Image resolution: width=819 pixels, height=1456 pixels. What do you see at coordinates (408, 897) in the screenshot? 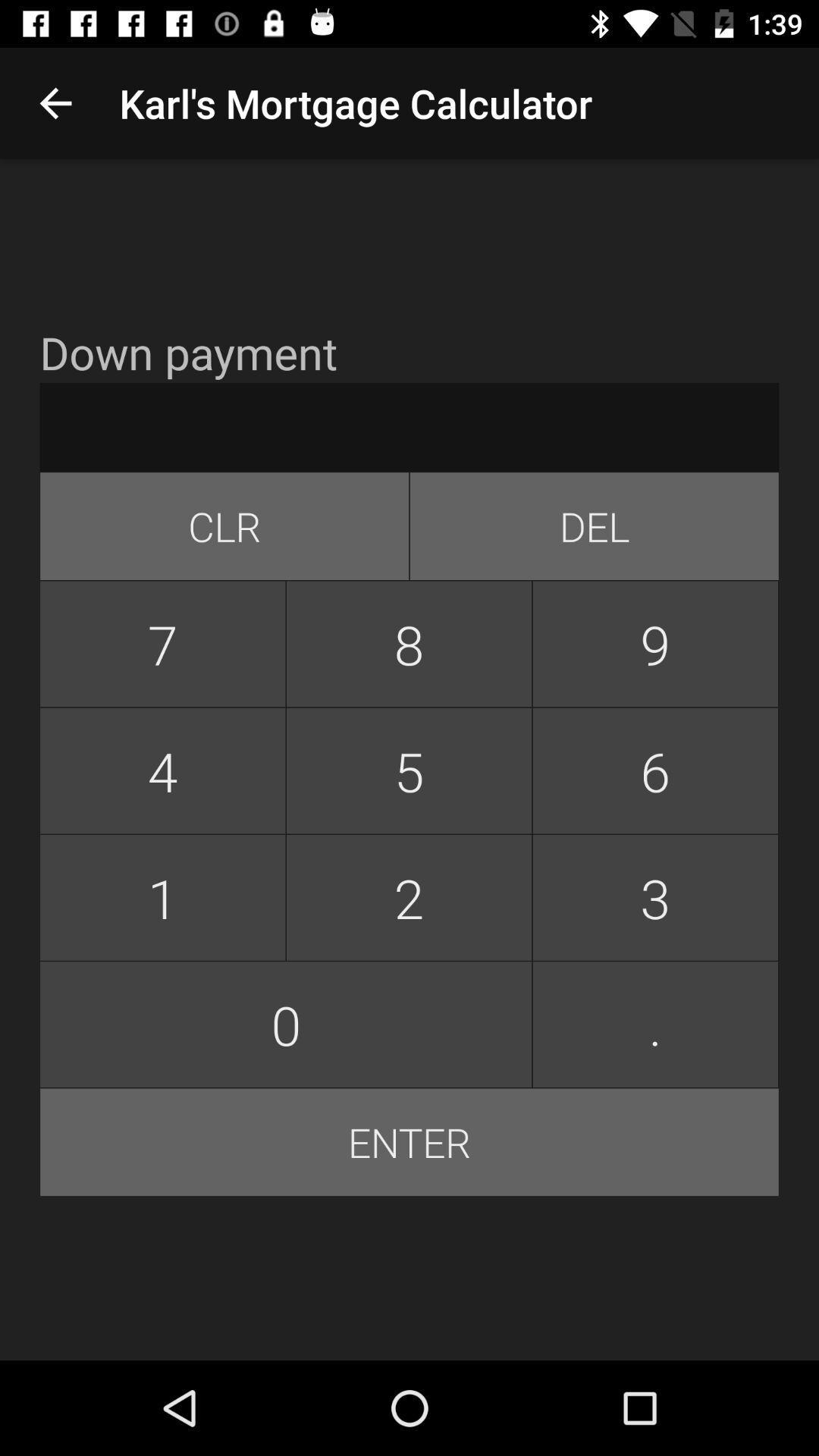
I see `2 icon` at bounding box center [408, 897].